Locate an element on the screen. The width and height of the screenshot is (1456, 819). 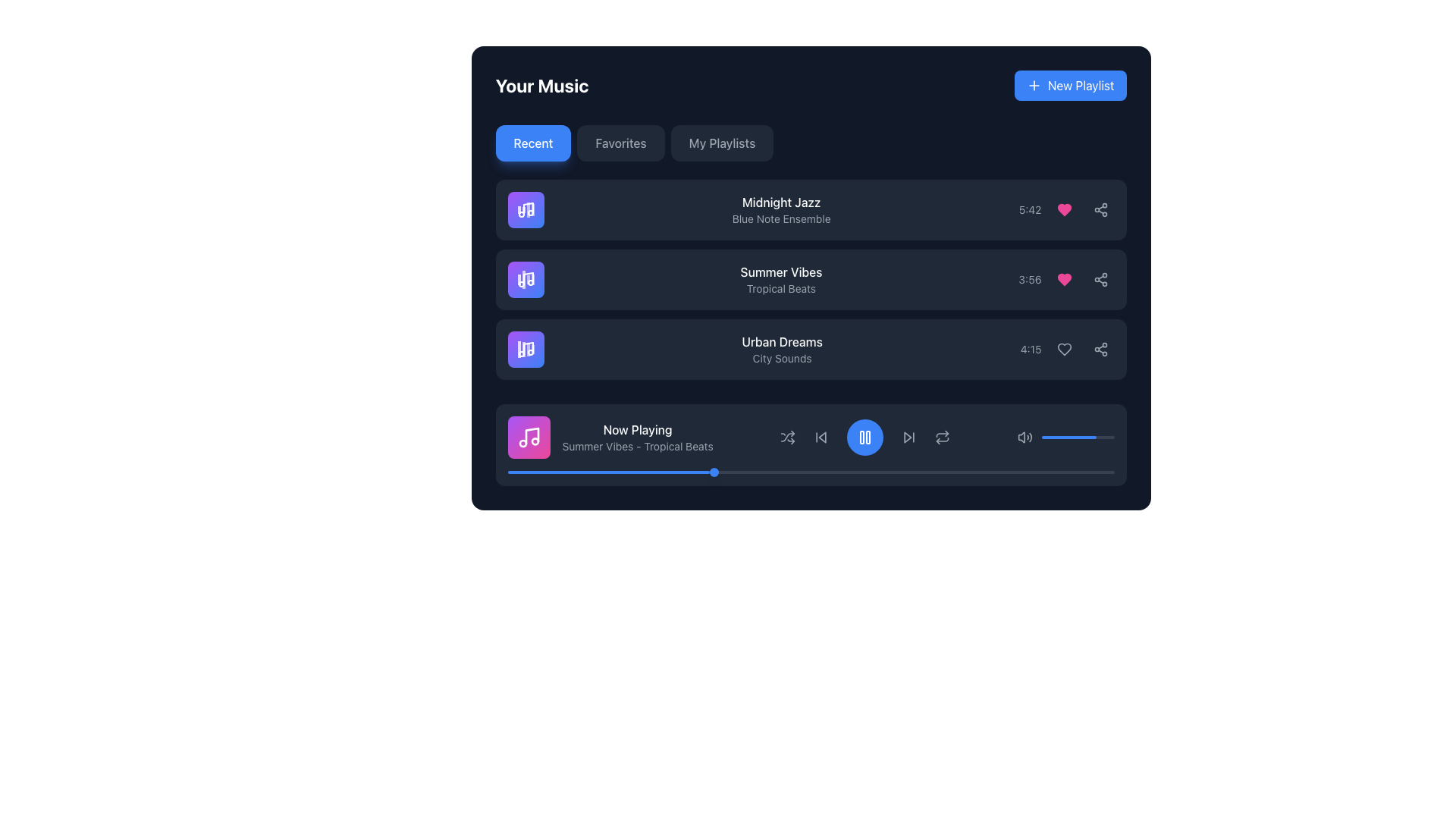
the heart icon to like or unlike the track 'Summer Vibes' in the music list, which is located to the right of the track's duration display is located at coordinates (1063, 280).